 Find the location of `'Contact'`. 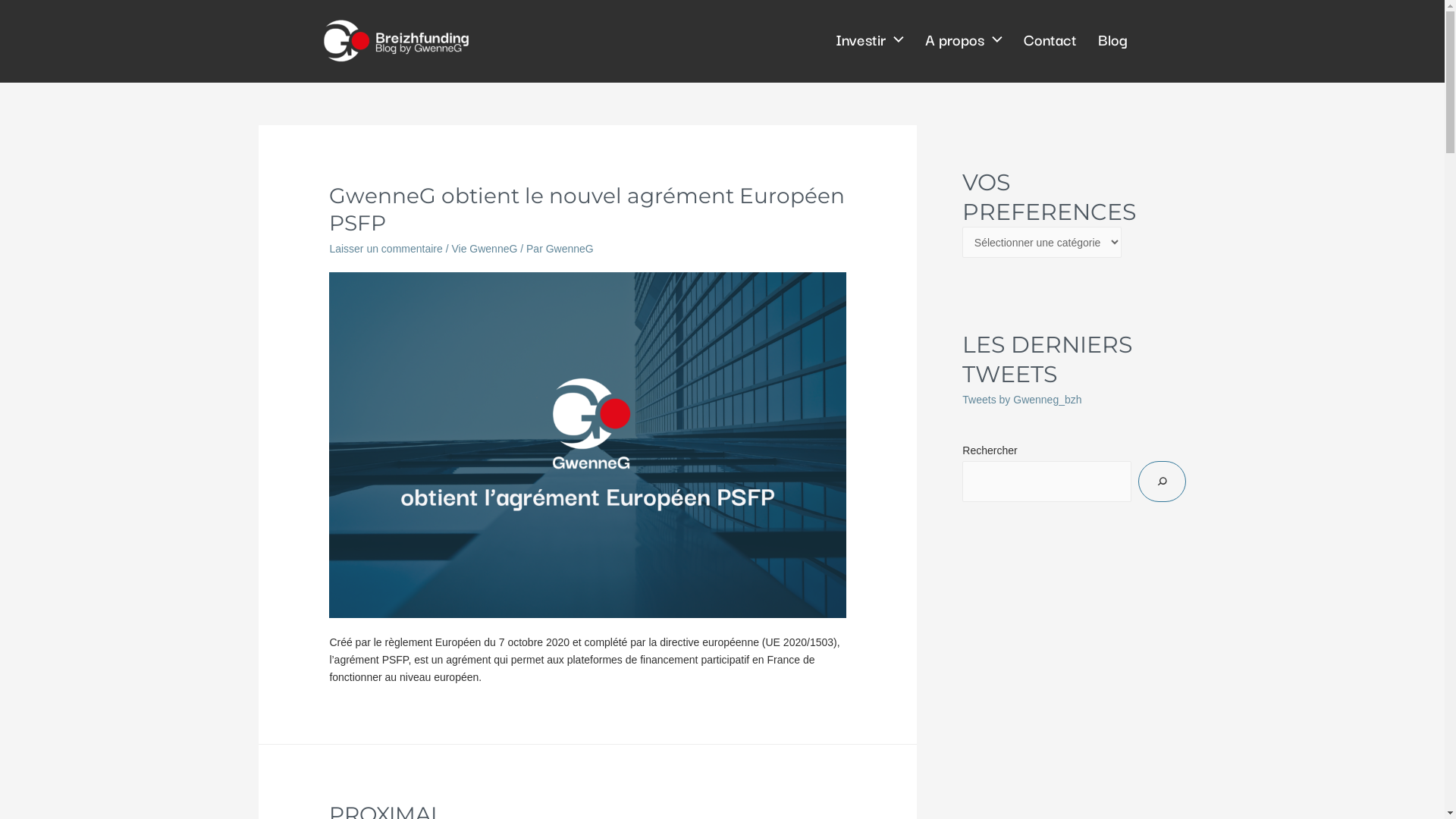

'Contact' is located at coordinates (1043, 38).